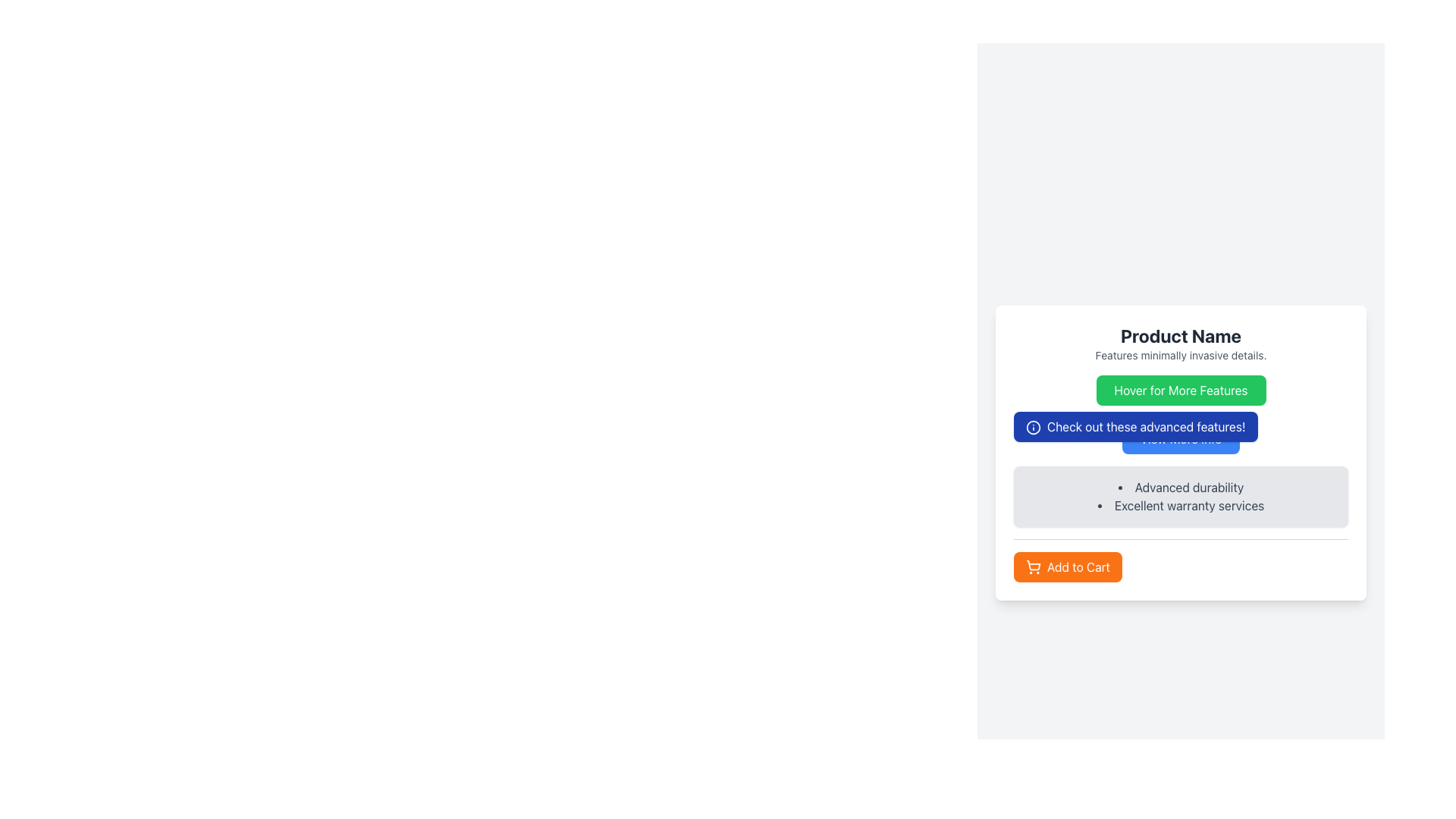 The image size is (1456, 819). What do you see at coordinates (1033, 427) in the screenshot?
I see `the SVG Circle element located to the left of the text 'Check out these advanced features!'` at bounding box center [1033, 427].